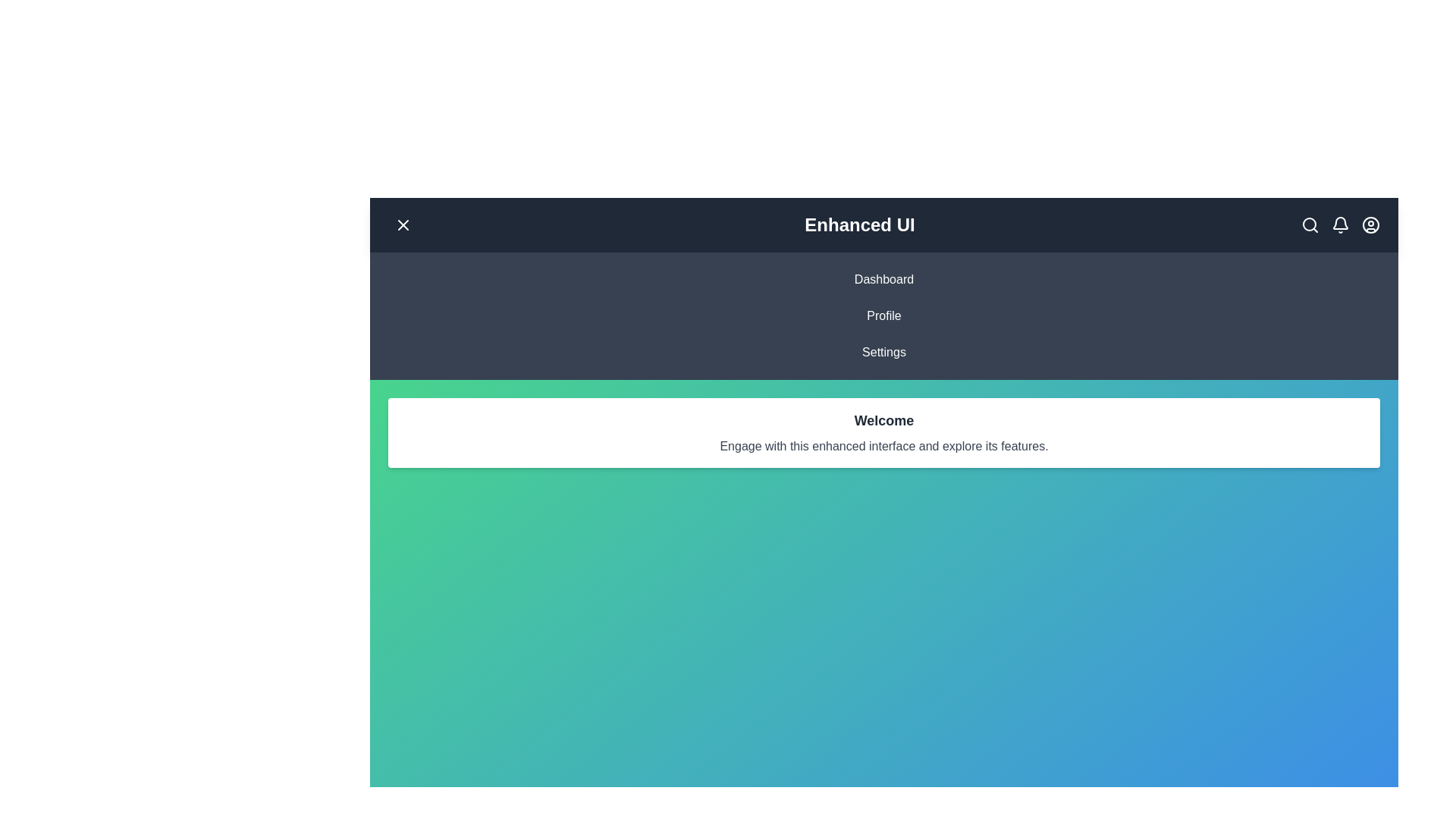 Image resolution: width=1456 pixels, height=819 pixels. Describe the element at coordinates (1310, 225) in the screenshot. I see `the 'Search' icon to initiate a search` at that location.